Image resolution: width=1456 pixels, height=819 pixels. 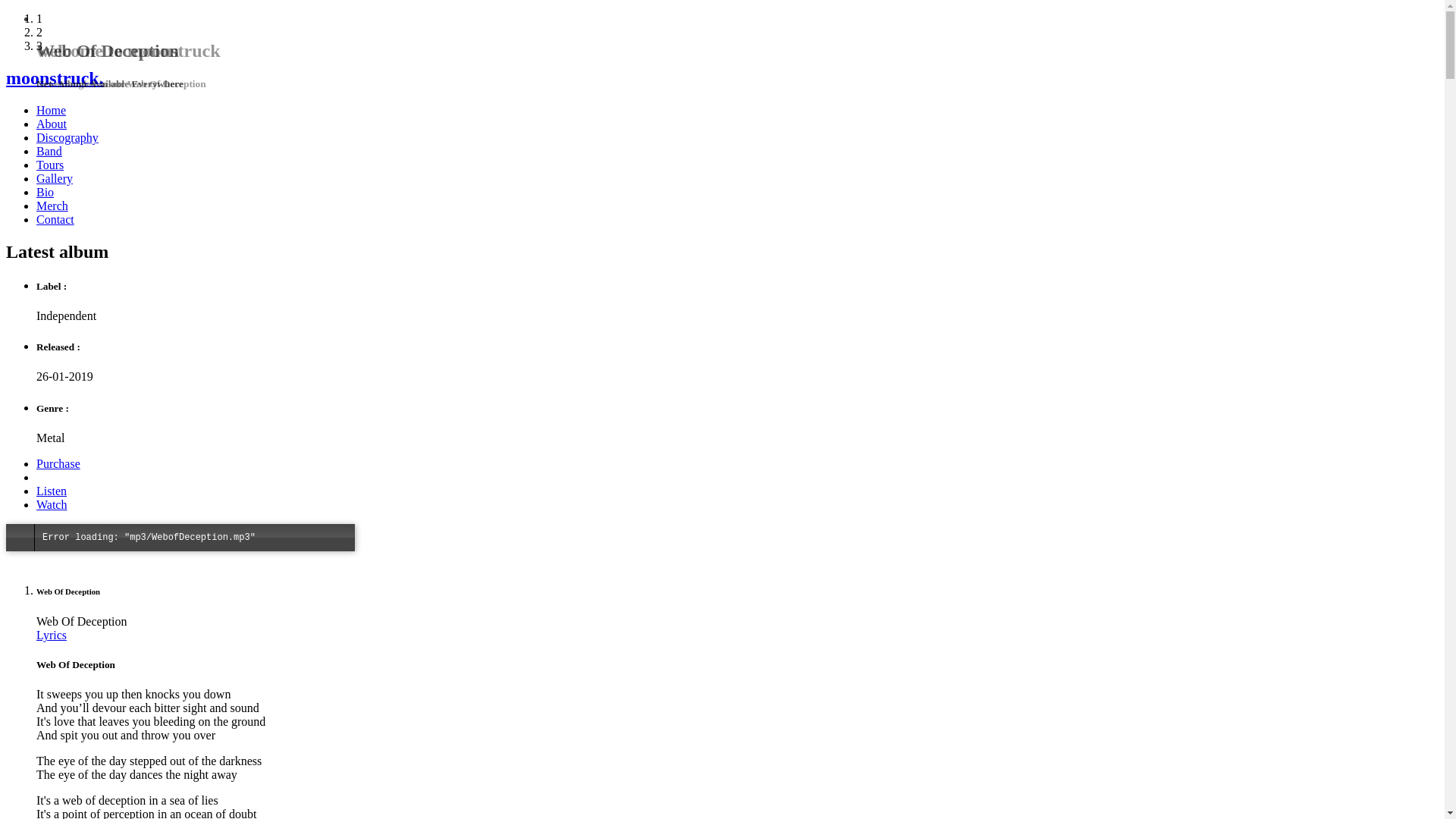 What do you see at coordinates (39, 32) in the screenshot?
I see `'2'` at bounding box center [39, 32].